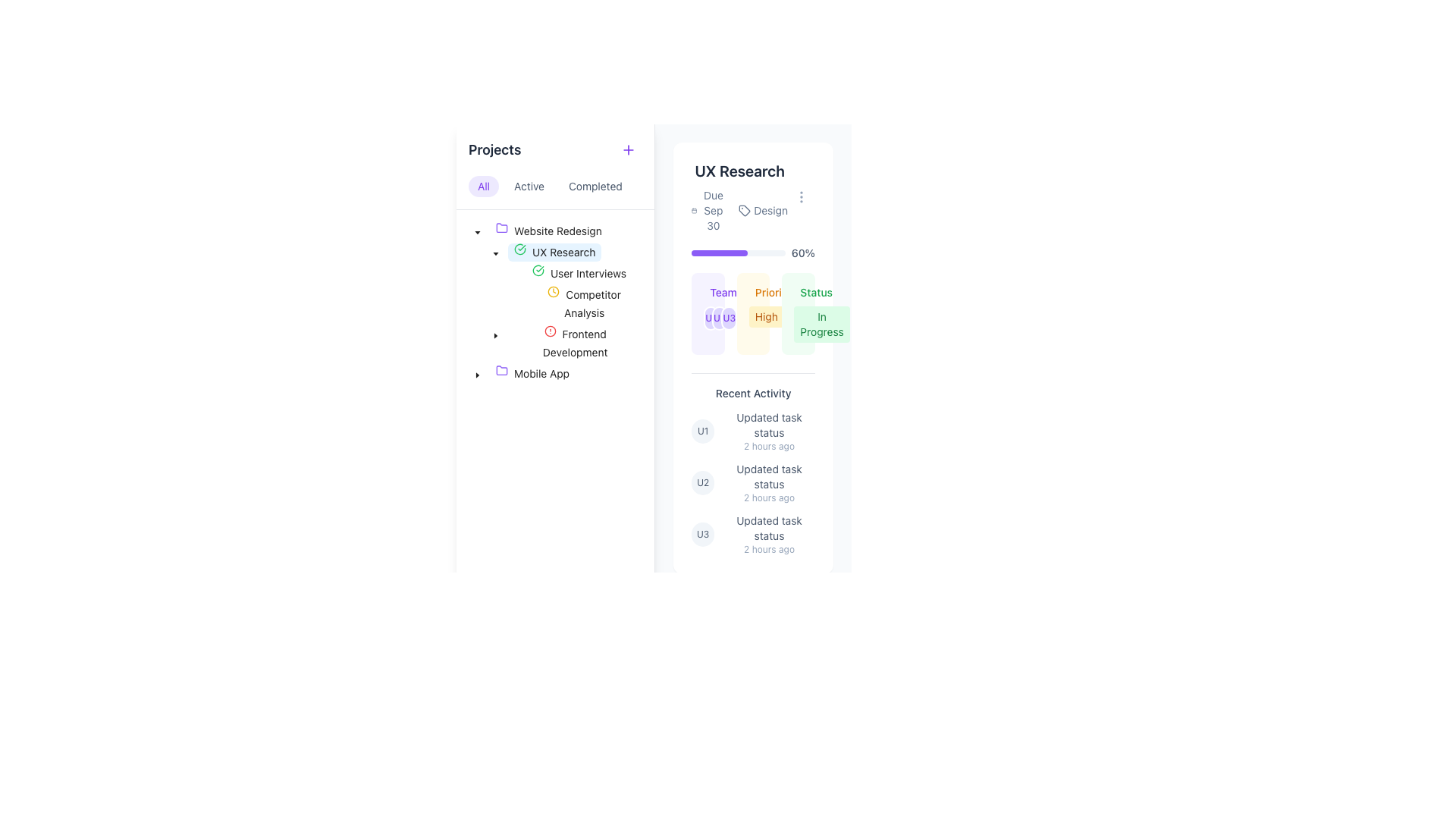 This screenshot has width=1456, height=819. Describe the element at coordinates (548, 231) in the screenshot. I see `the folder icon of the 'Website Redesign' Tree node` at that location.